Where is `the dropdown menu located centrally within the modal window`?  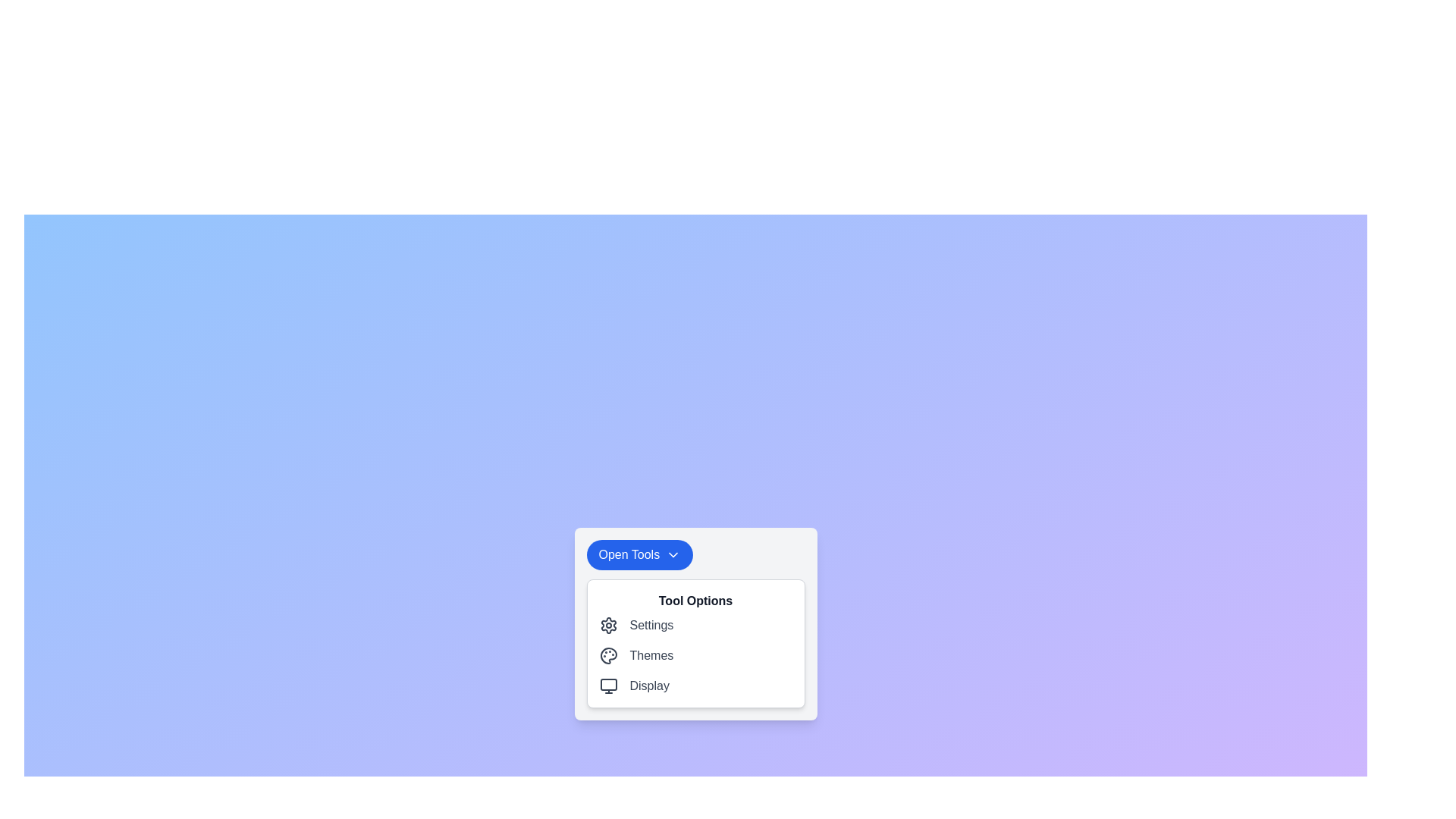
the dropdown menu located centrally within the modal window is located at coordinates (695, 623).